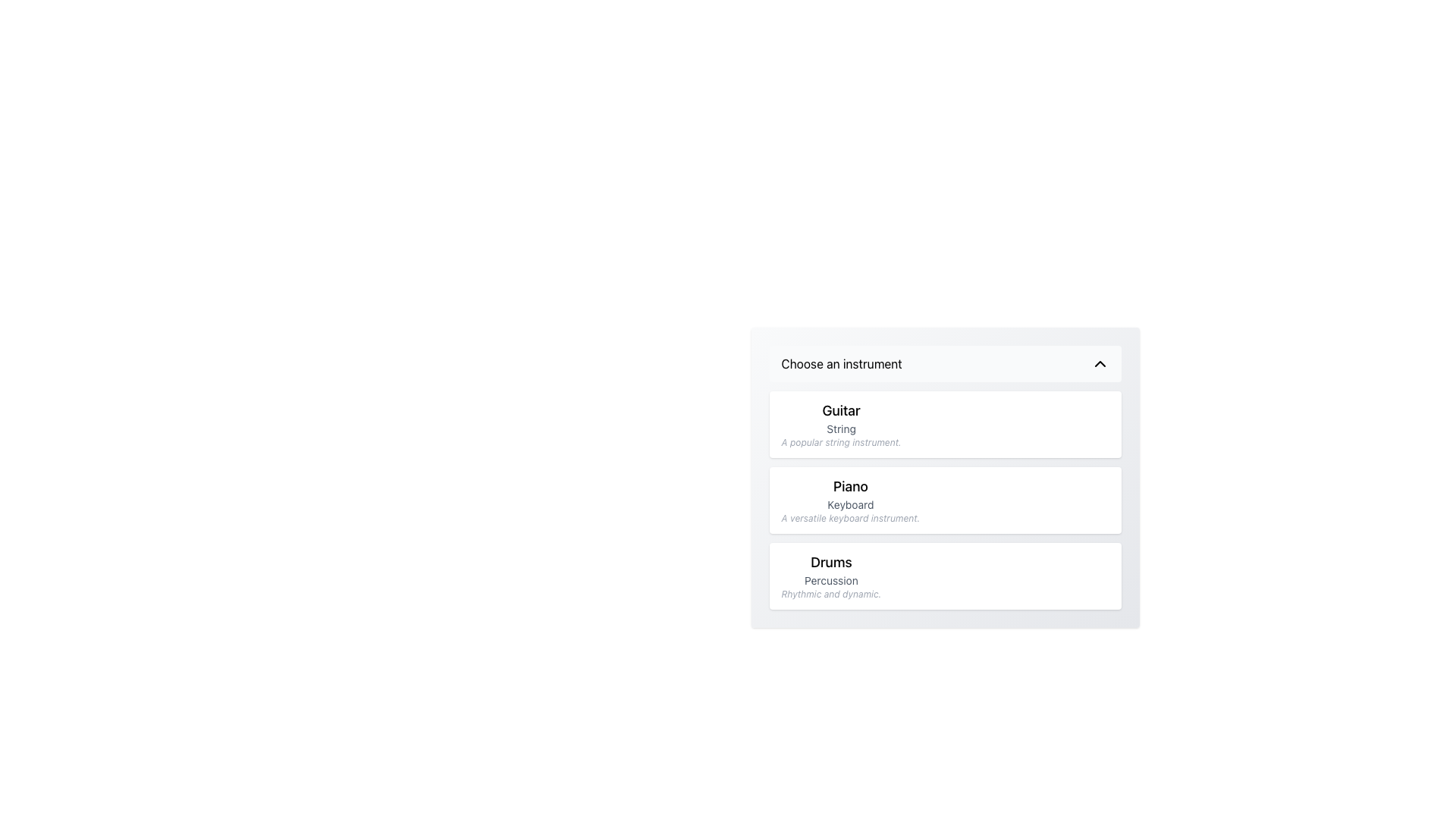 This screenshot has height=819, width=1456. Describe the element at coordinates (830, 576) in the screenshot. I see `the informational text block about 'Drums', which is the third item in a vertical list of text blocks, located towards the bottom-right area of the interface` at that location.